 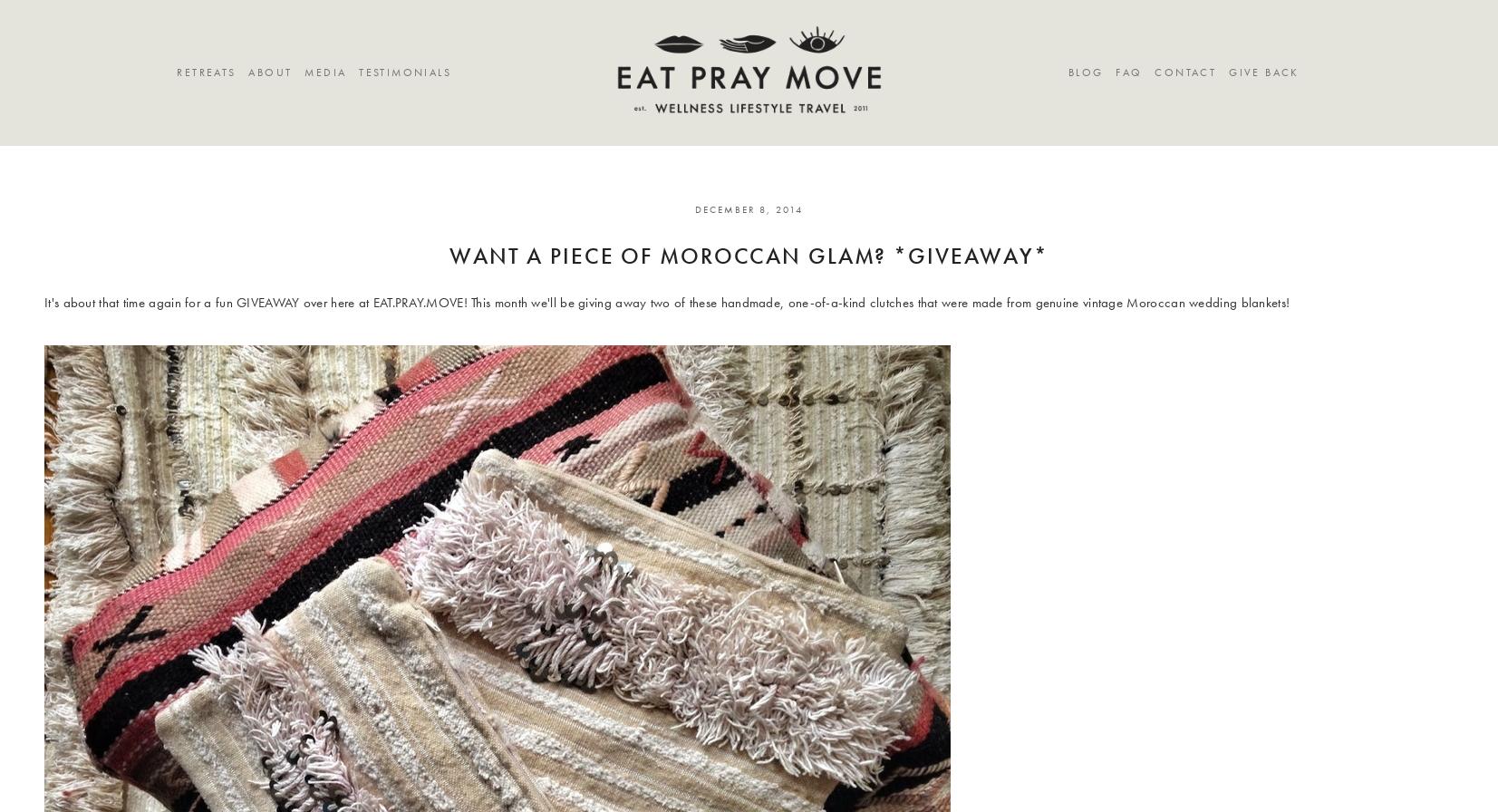 What do you see at coordinates (748, 256) in the screenshot?
I see `'Want a Piece of Moroccan Glam? *GIVEAWAY*'` at bounding box center [748, 256].